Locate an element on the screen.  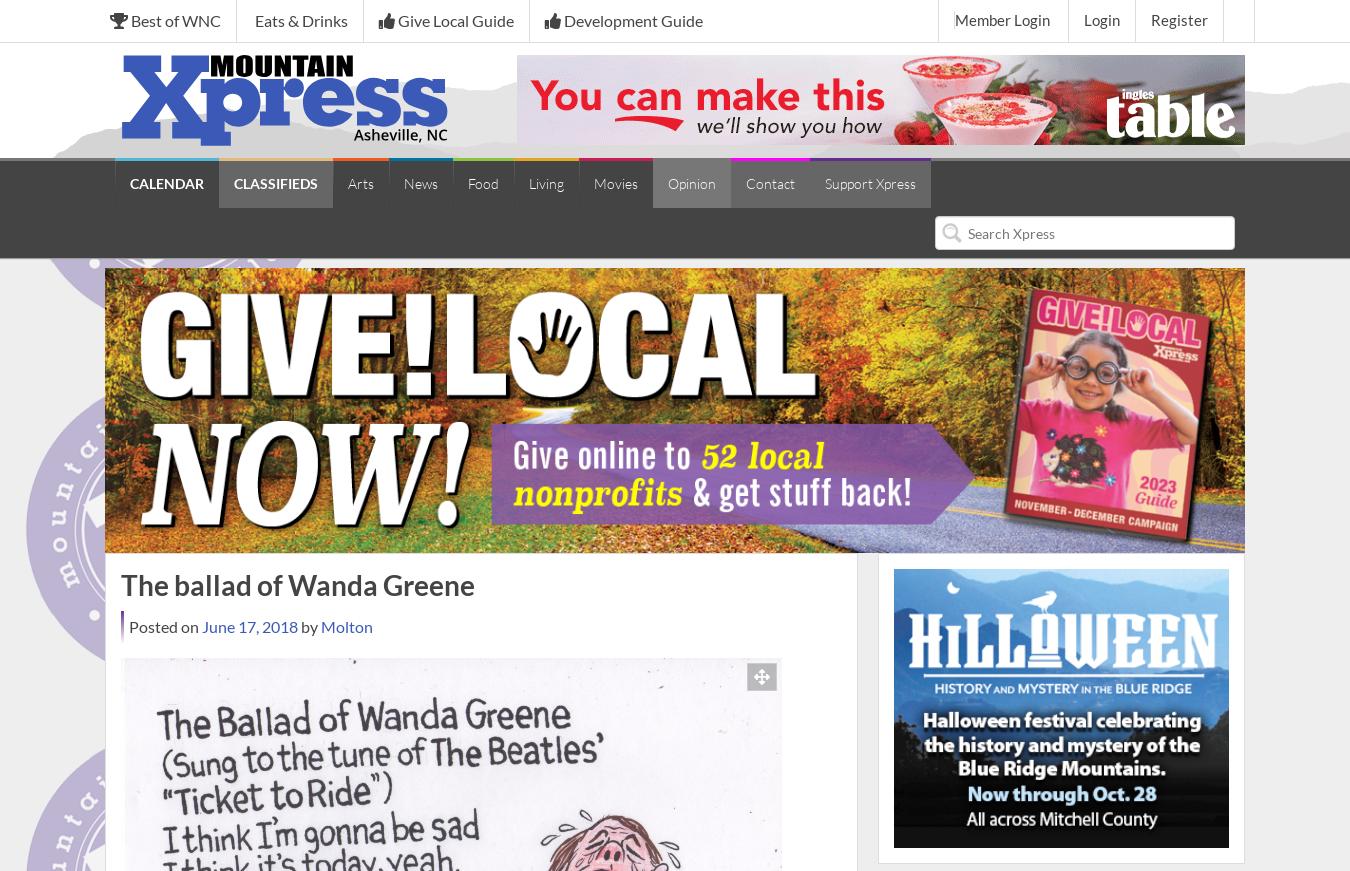
'Development Guide' is located at coordinates (631, 19).